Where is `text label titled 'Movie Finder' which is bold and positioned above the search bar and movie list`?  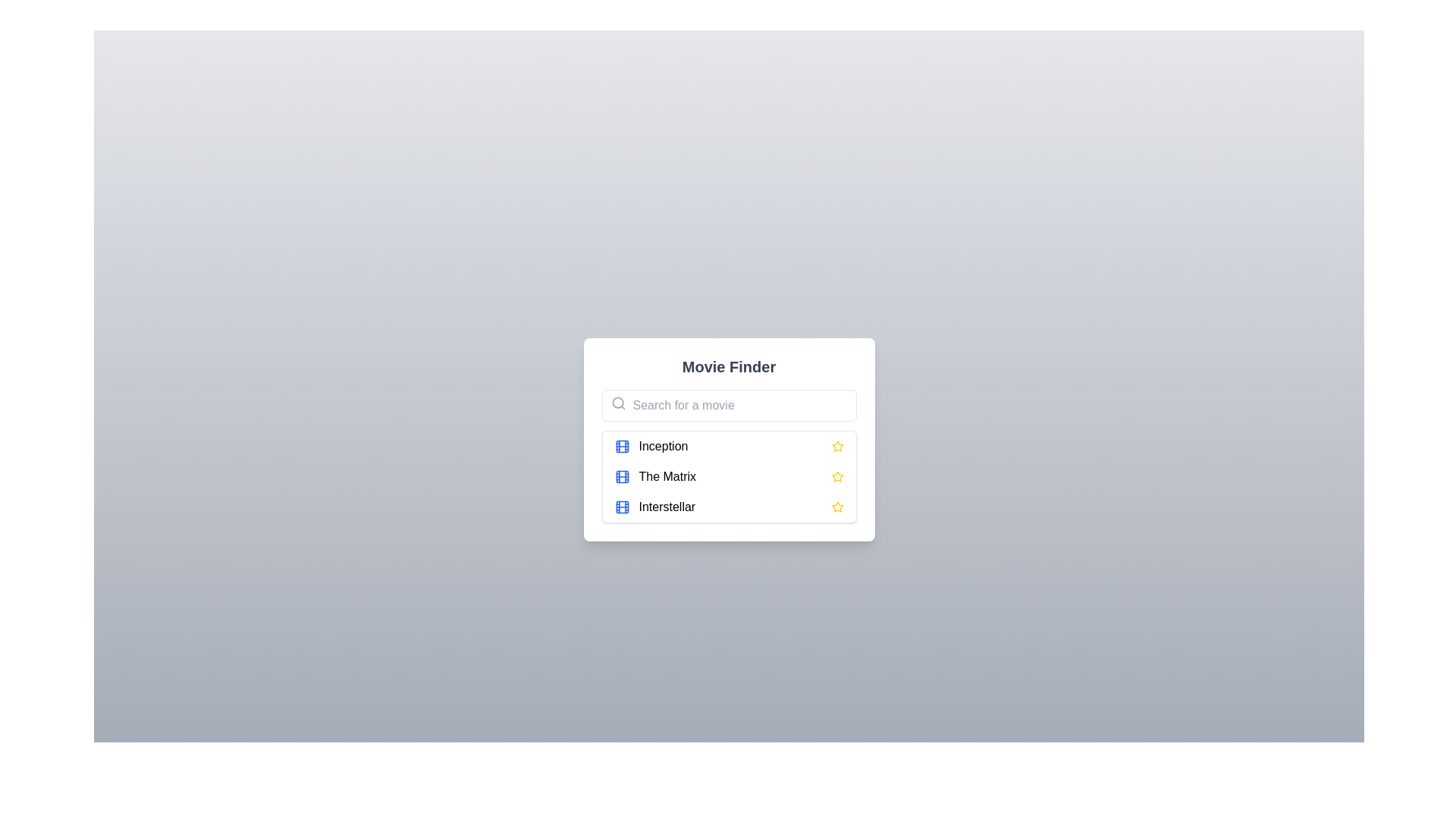 text label titled 'Movie Finder' which is bold and positioned above the search bar and movie list is located at coordinates (729, 366).